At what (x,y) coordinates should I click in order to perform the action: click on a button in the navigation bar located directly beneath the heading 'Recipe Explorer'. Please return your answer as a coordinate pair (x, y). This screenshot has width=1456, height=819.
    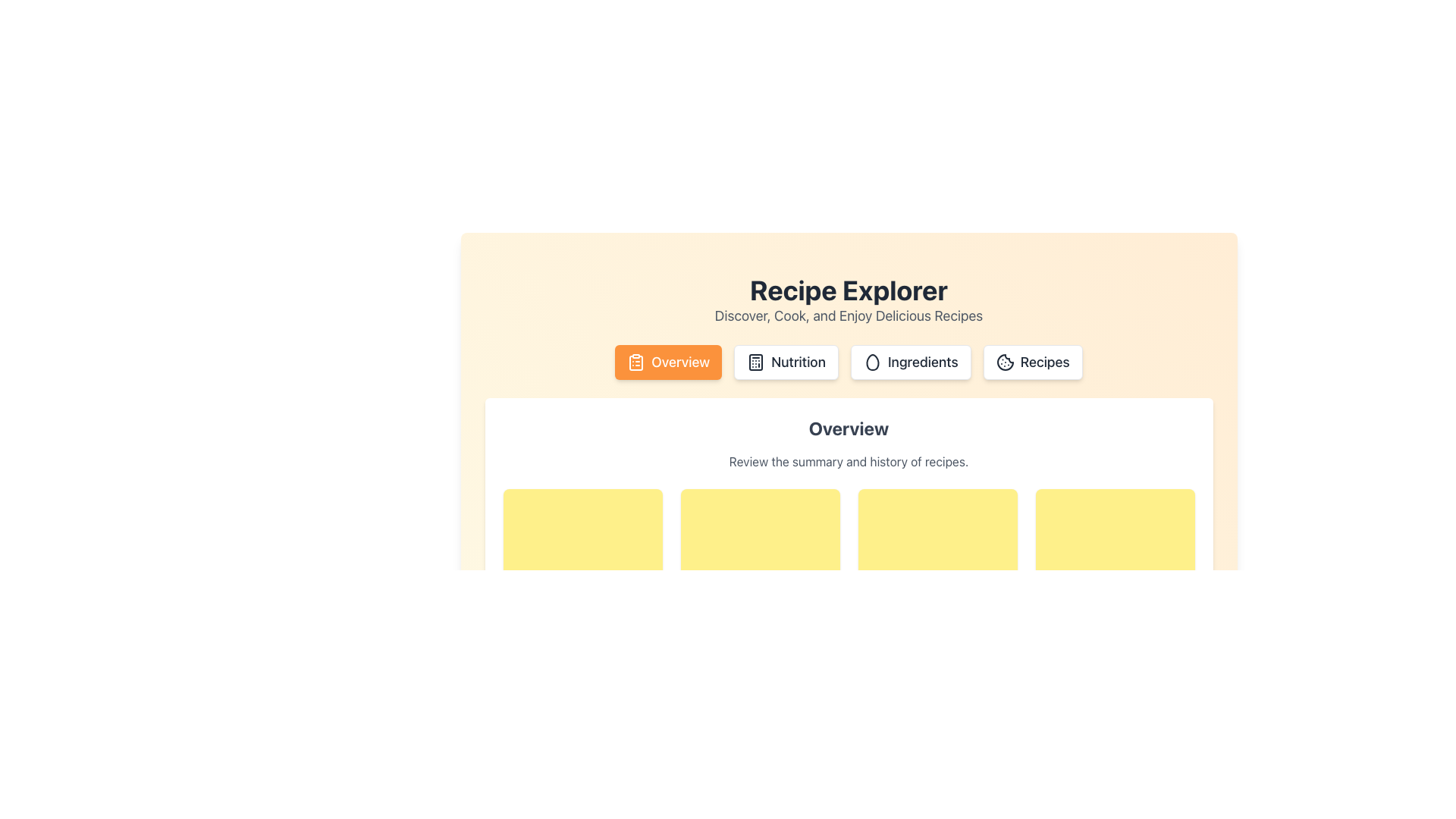
    Looking at the image, I should click on (848, 362).